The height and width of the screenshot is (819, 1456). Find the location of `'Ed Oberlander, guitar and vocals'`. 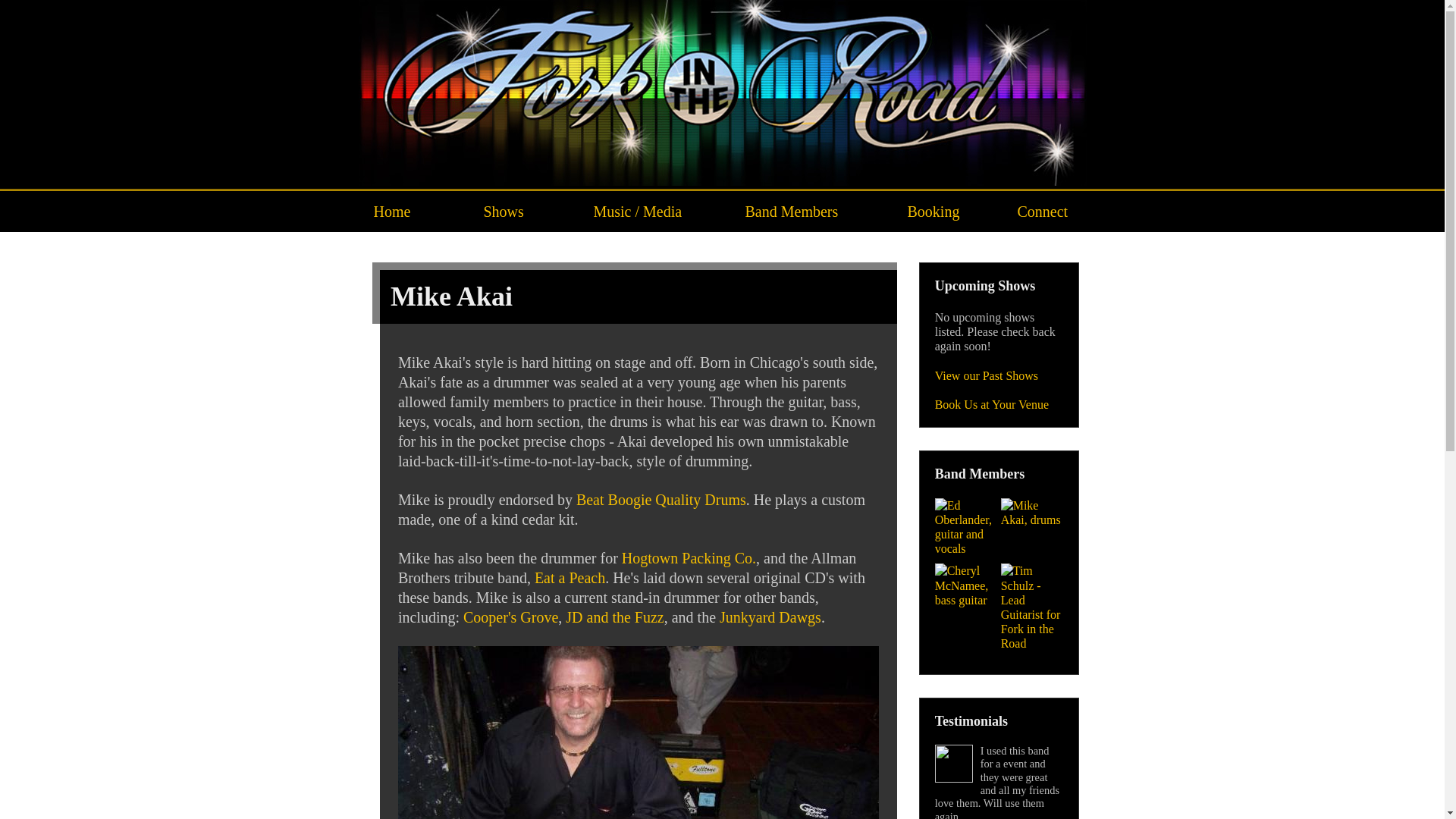

'Ed Oberlander, guitar and vocals' is located at coordinates (965, 526).